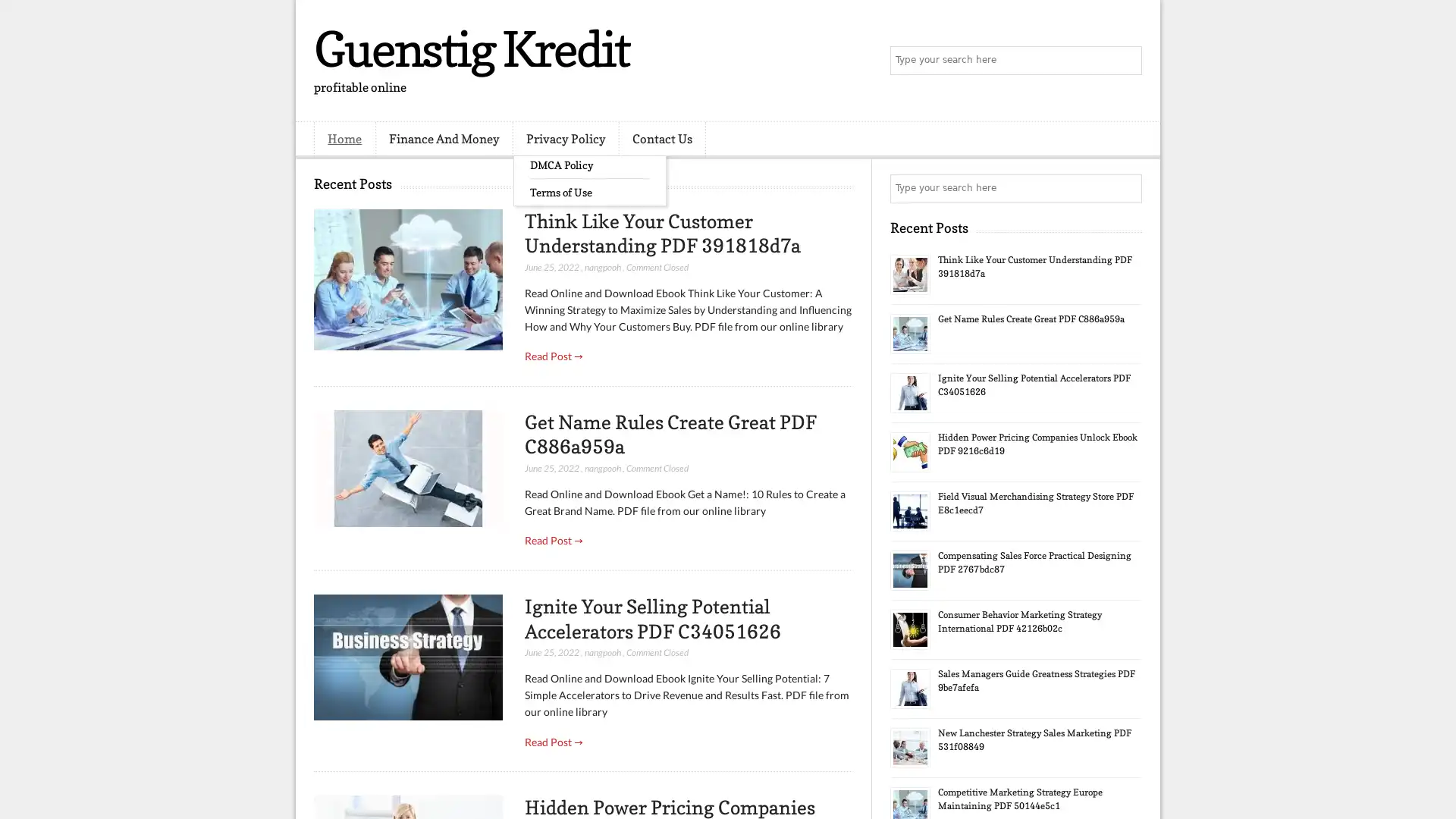 This screenshot has width=1456, height=819. Describe the element at coordinates (1126, 61) in the screenshot. I see `Search` at that location.